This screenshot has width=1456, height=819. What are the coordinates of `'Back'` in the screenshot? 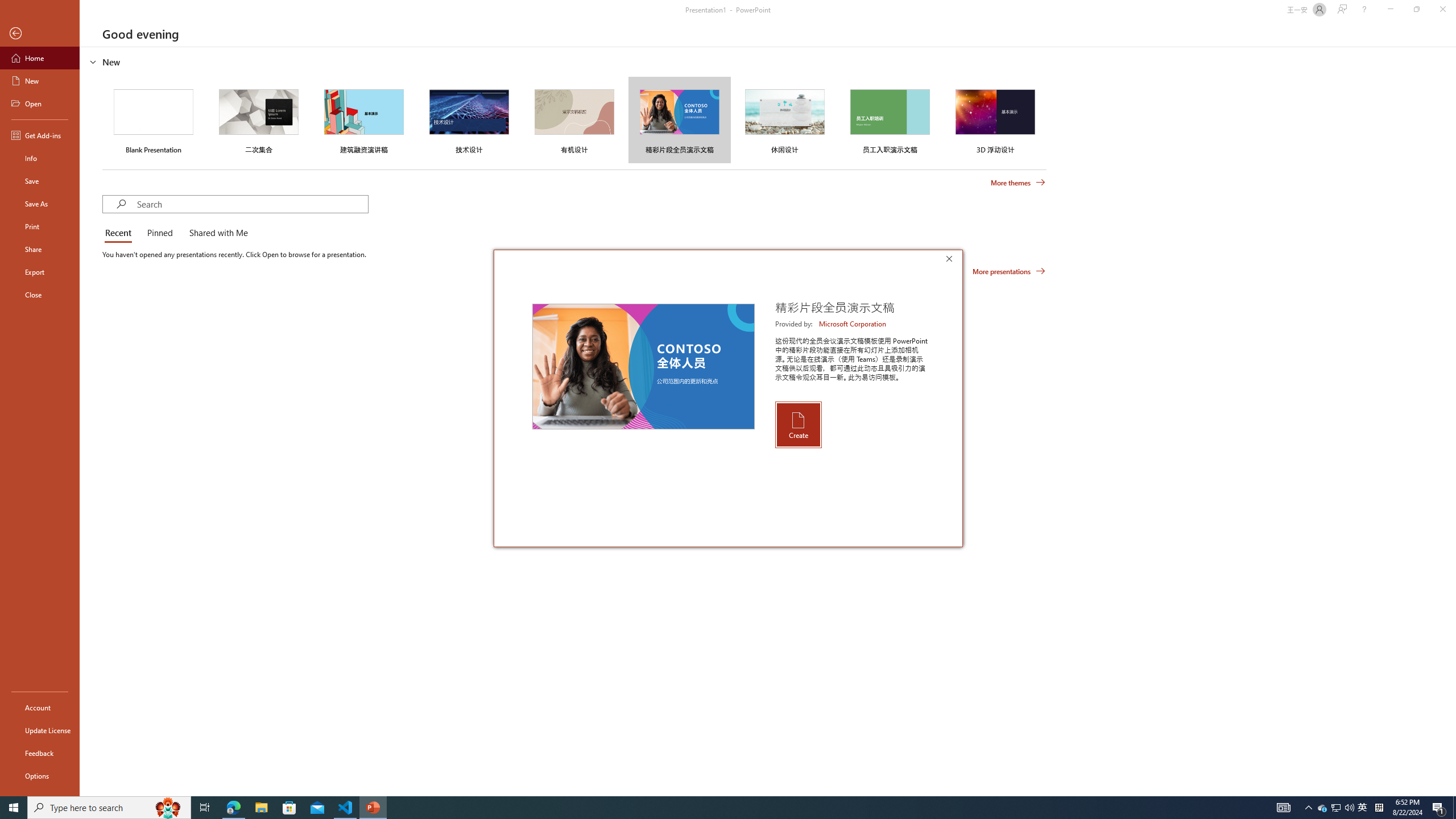 It's located at (39, 33).